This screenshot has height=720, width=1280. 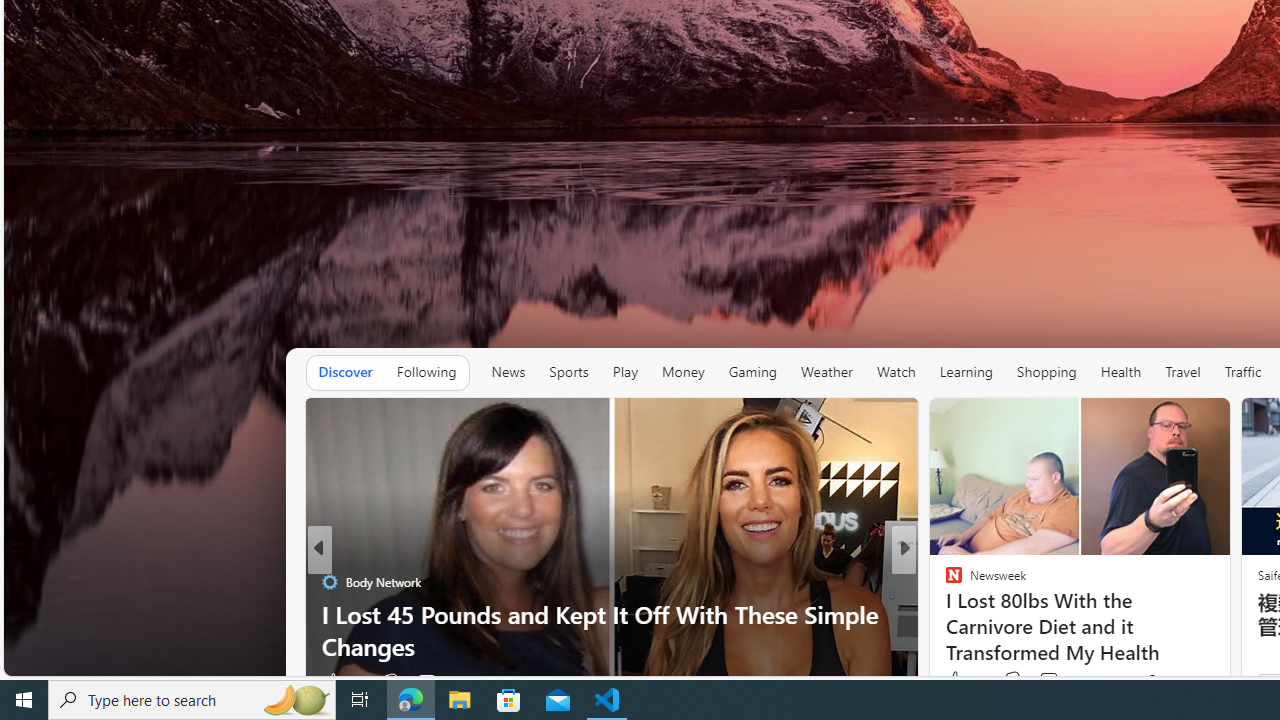 What do you see at coordinates (751, 372) in the screenshot?
I see `'Gaming'` at bounding box center [751, 372].